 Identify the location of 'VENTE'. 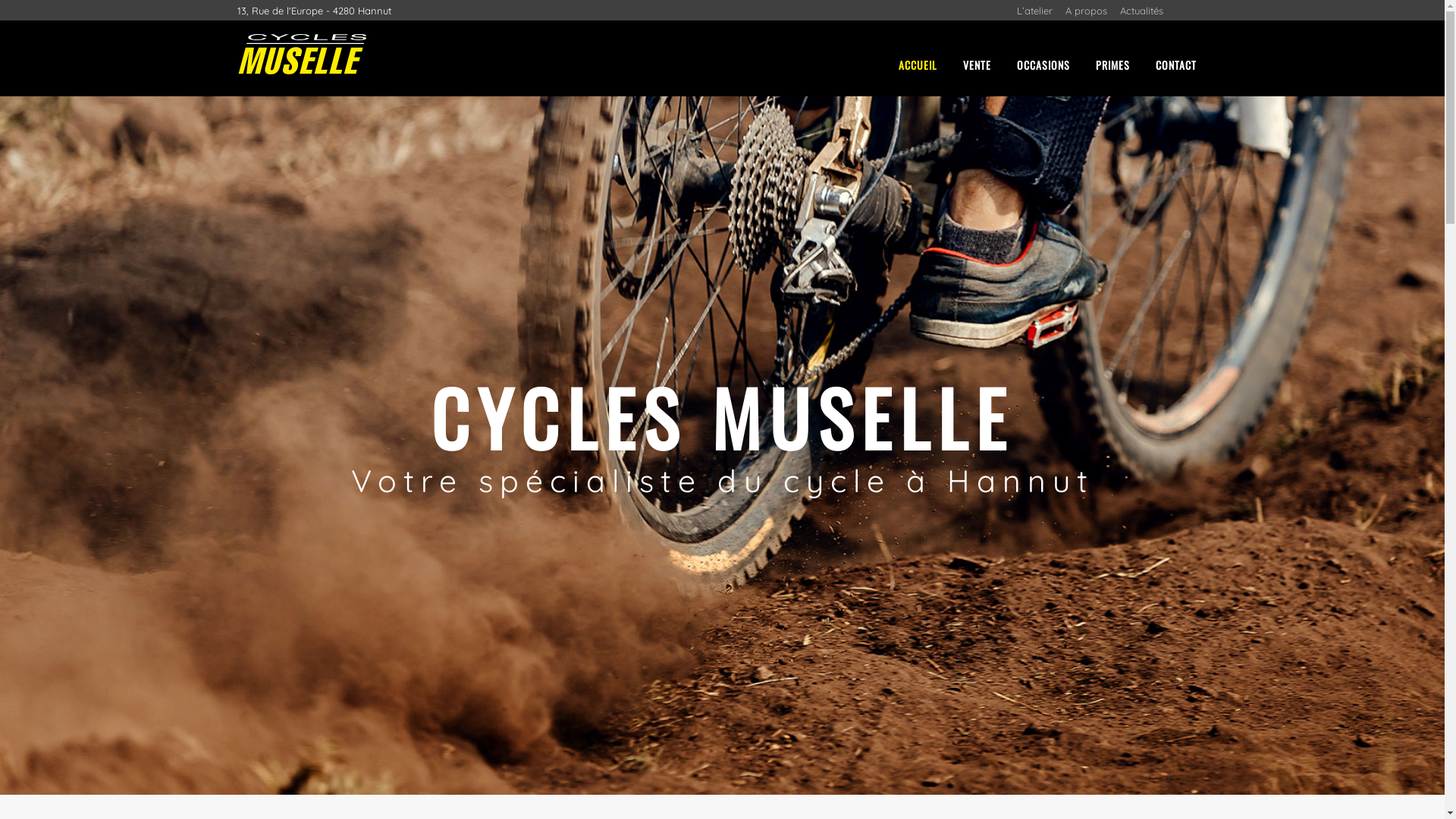
(976, 64).